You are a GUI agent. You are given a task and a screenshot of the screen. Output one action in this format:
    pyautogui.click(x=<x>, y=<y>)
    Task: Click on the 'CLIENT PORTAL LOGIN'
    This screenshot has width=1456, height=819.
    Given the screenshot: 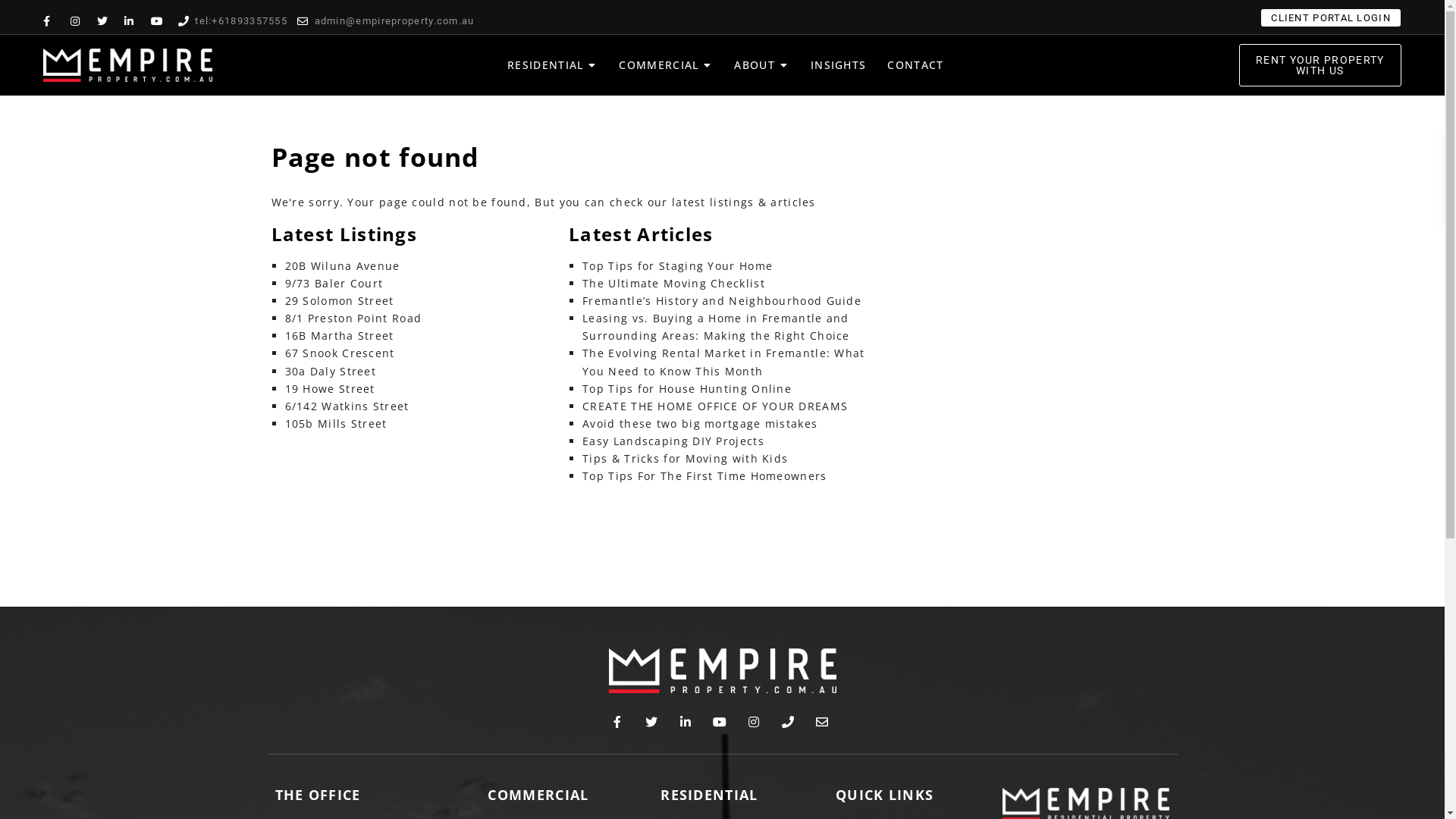 What is the action you would take?
    pyautogui.click(x=1330, y=17)
    